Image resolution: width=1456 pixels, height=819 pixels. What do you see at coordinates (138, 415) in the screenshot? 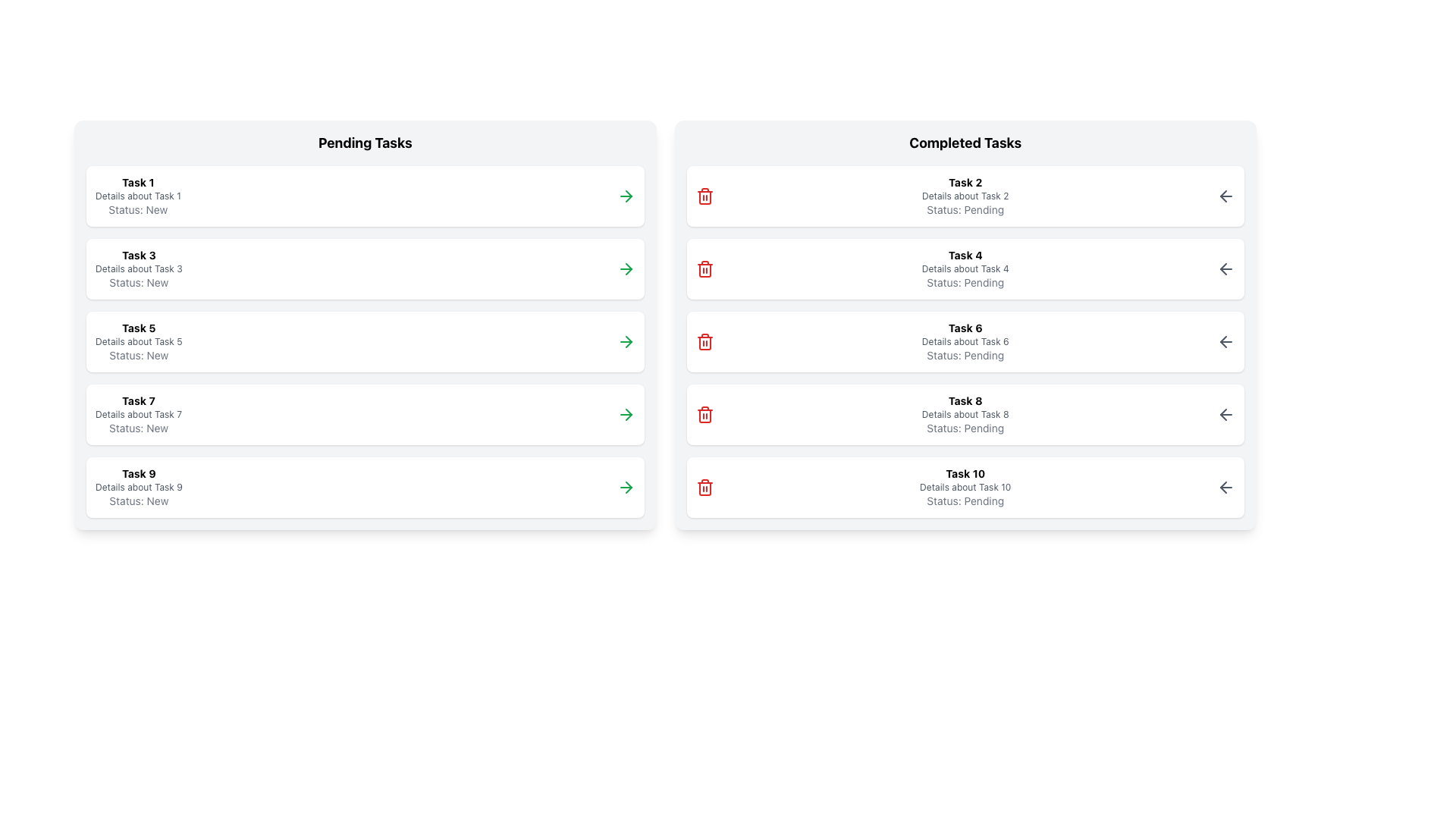
I see `the Text label that provides additional information about 'Task 7', located in the left column under 'Pending Tasks', below the 'Task 7' header and above the 'Status: New' label` at bounding box center [138, 415].